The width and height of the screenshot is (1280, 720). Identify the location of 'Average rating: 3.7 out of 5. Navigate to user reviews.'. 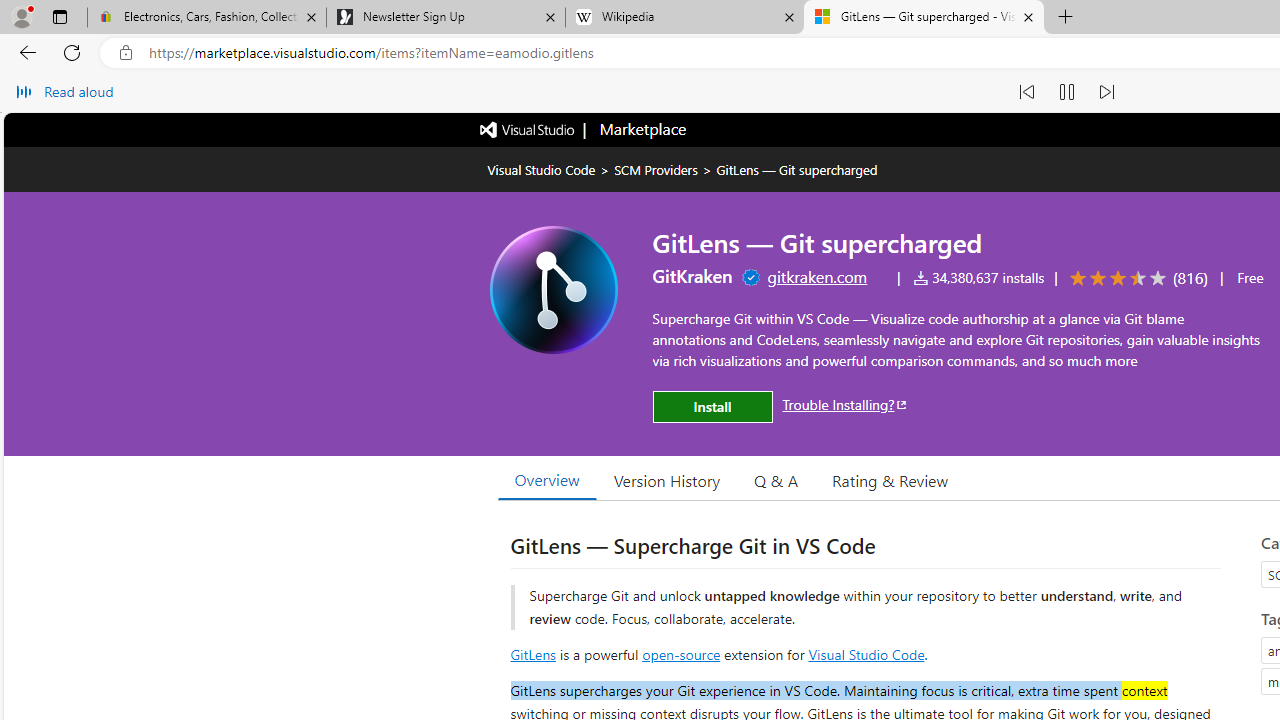
(1135, 278).